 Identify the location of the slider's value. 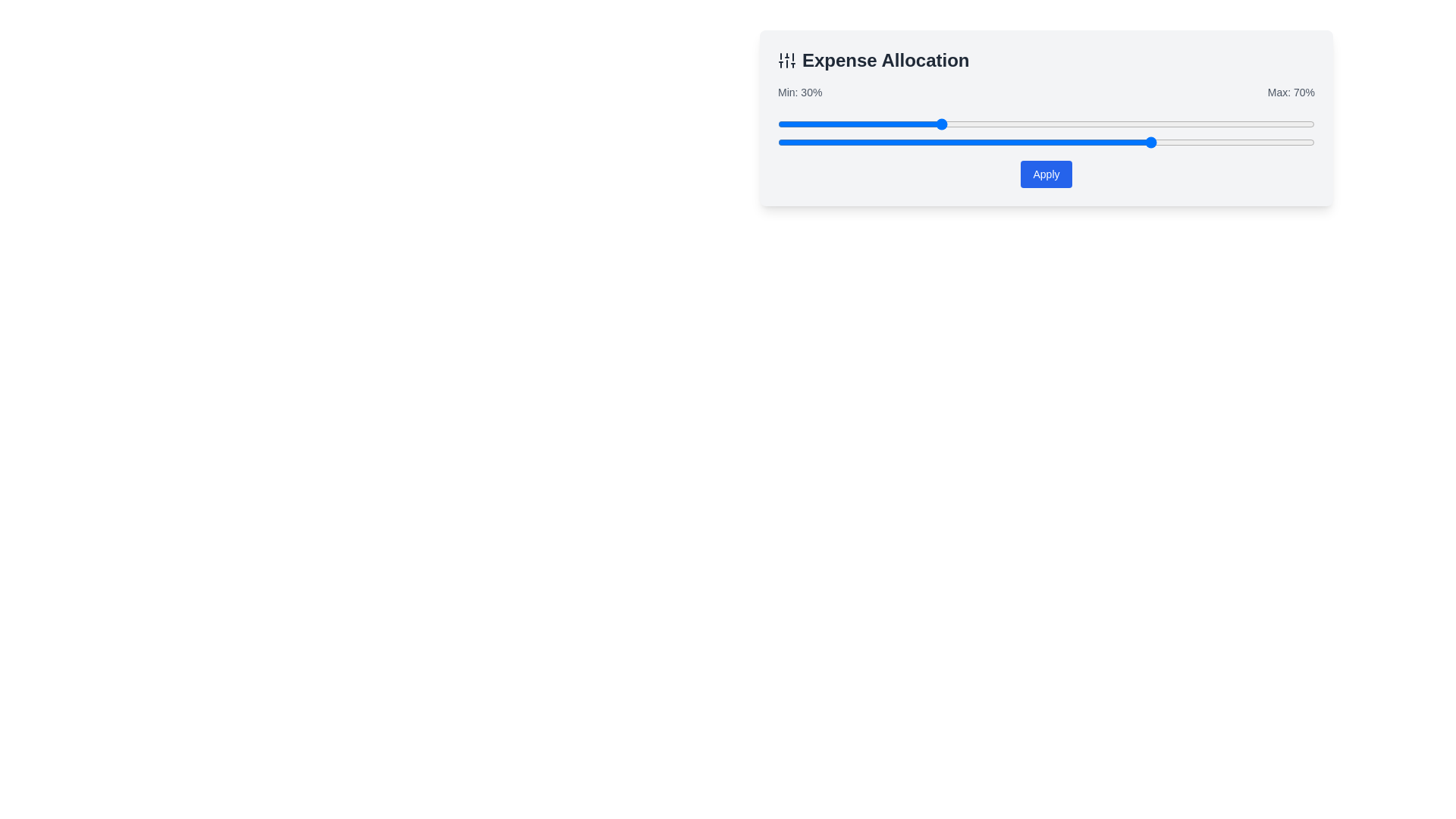
(1009, 143).